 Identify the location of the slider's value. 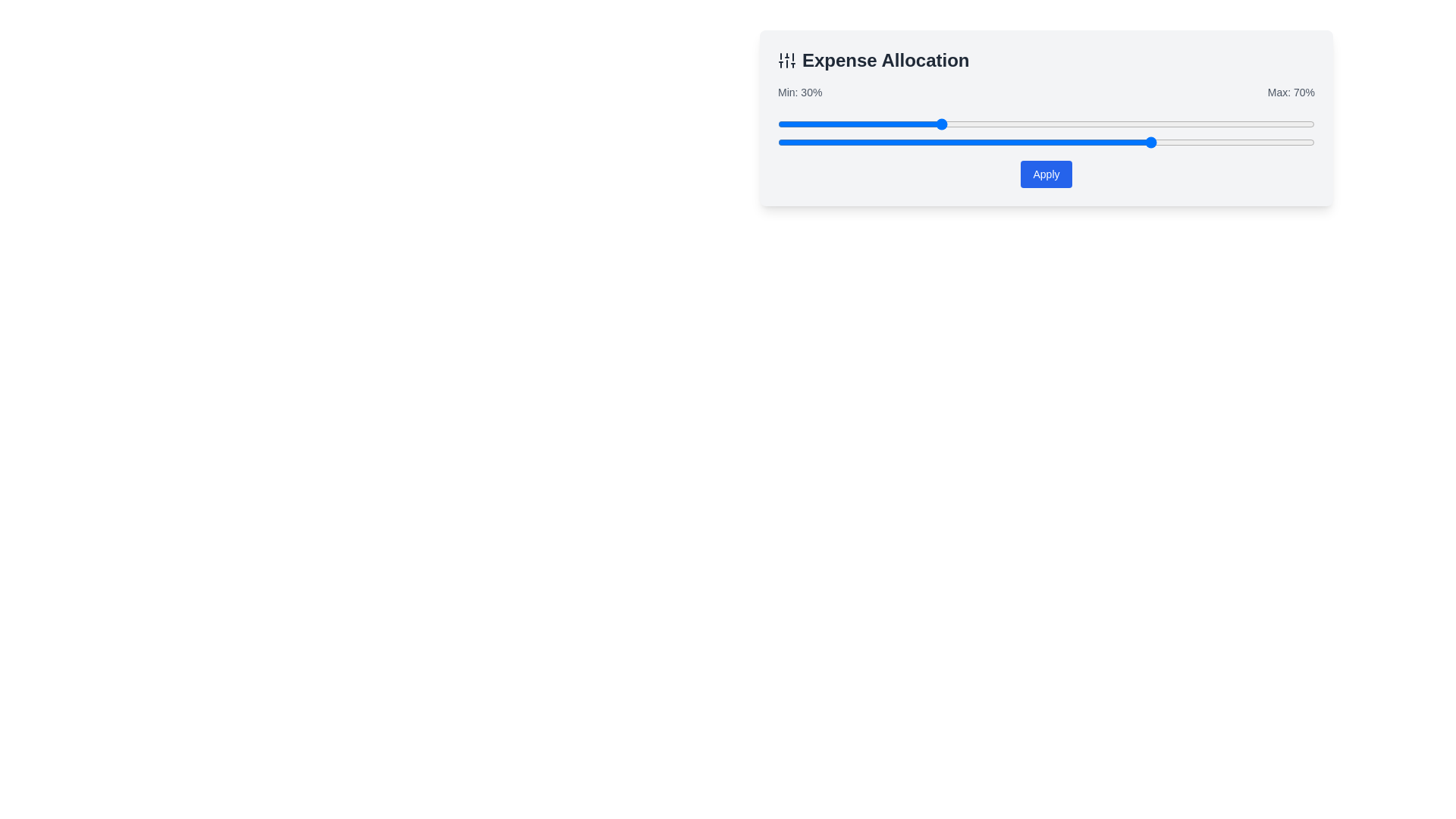
(1009, 143).